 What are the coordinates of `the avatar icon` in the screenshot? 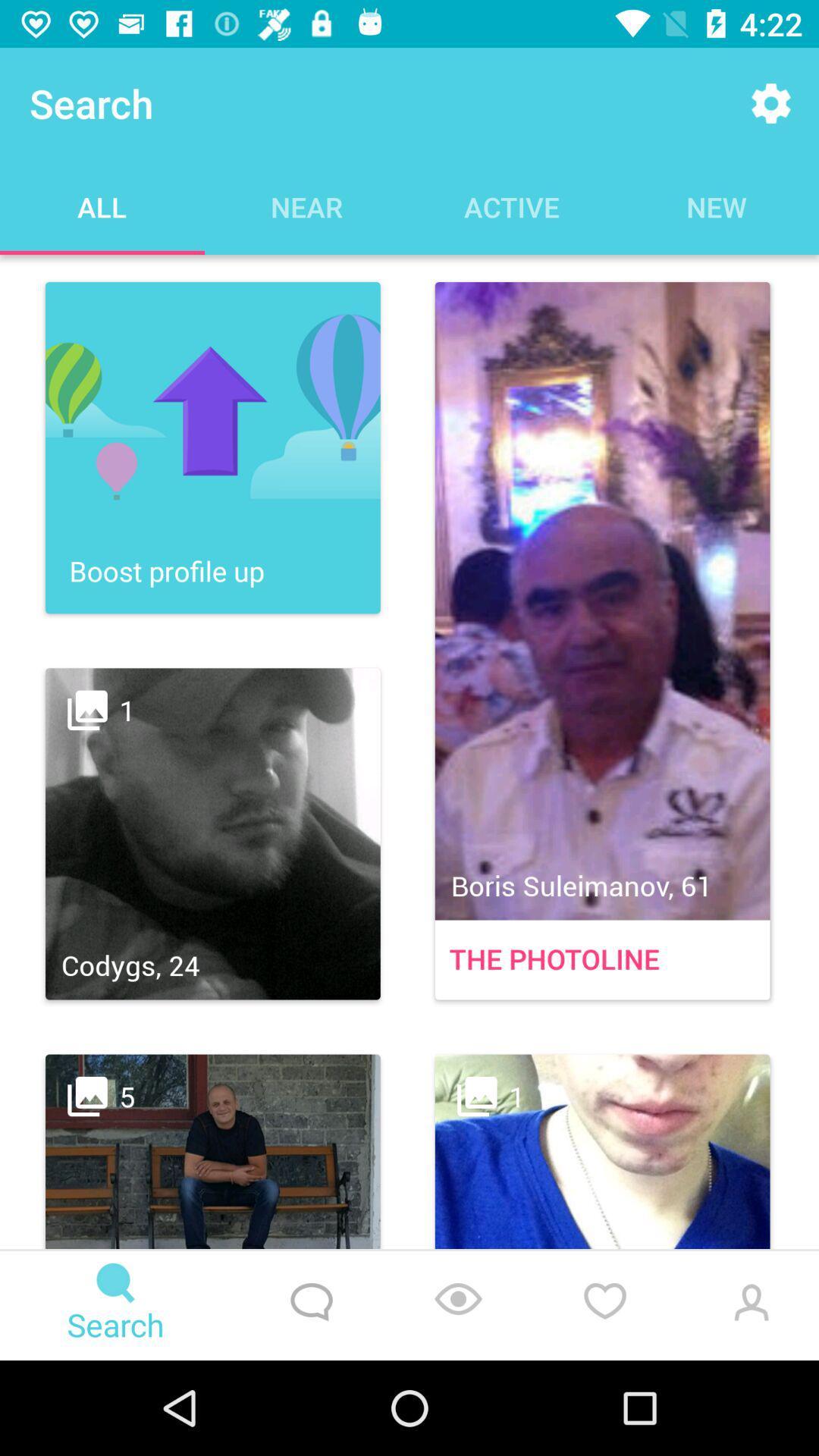 It's located at (748, 1305).